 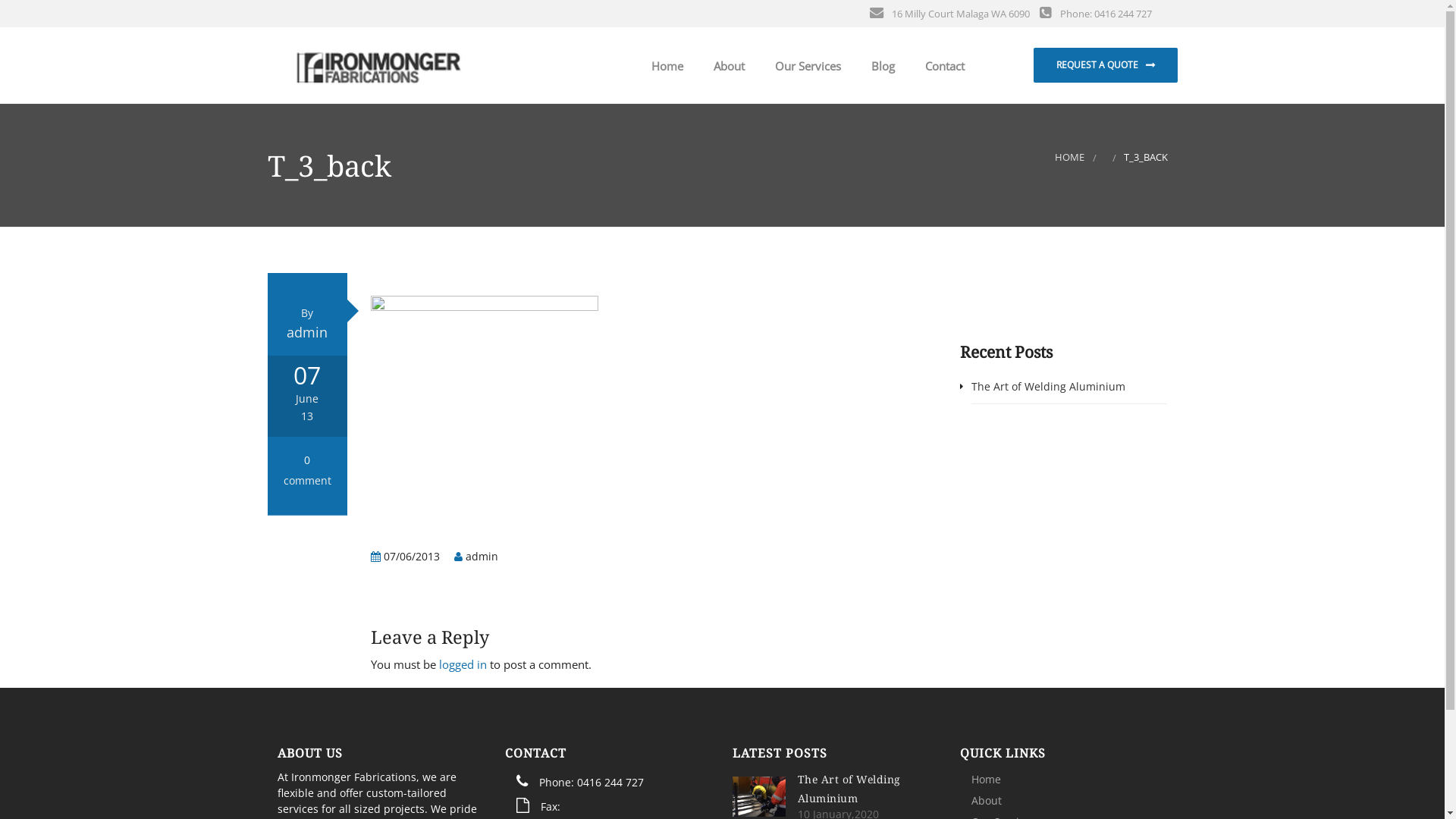 I want to click on 'Welding', so click(x=811, y=114).